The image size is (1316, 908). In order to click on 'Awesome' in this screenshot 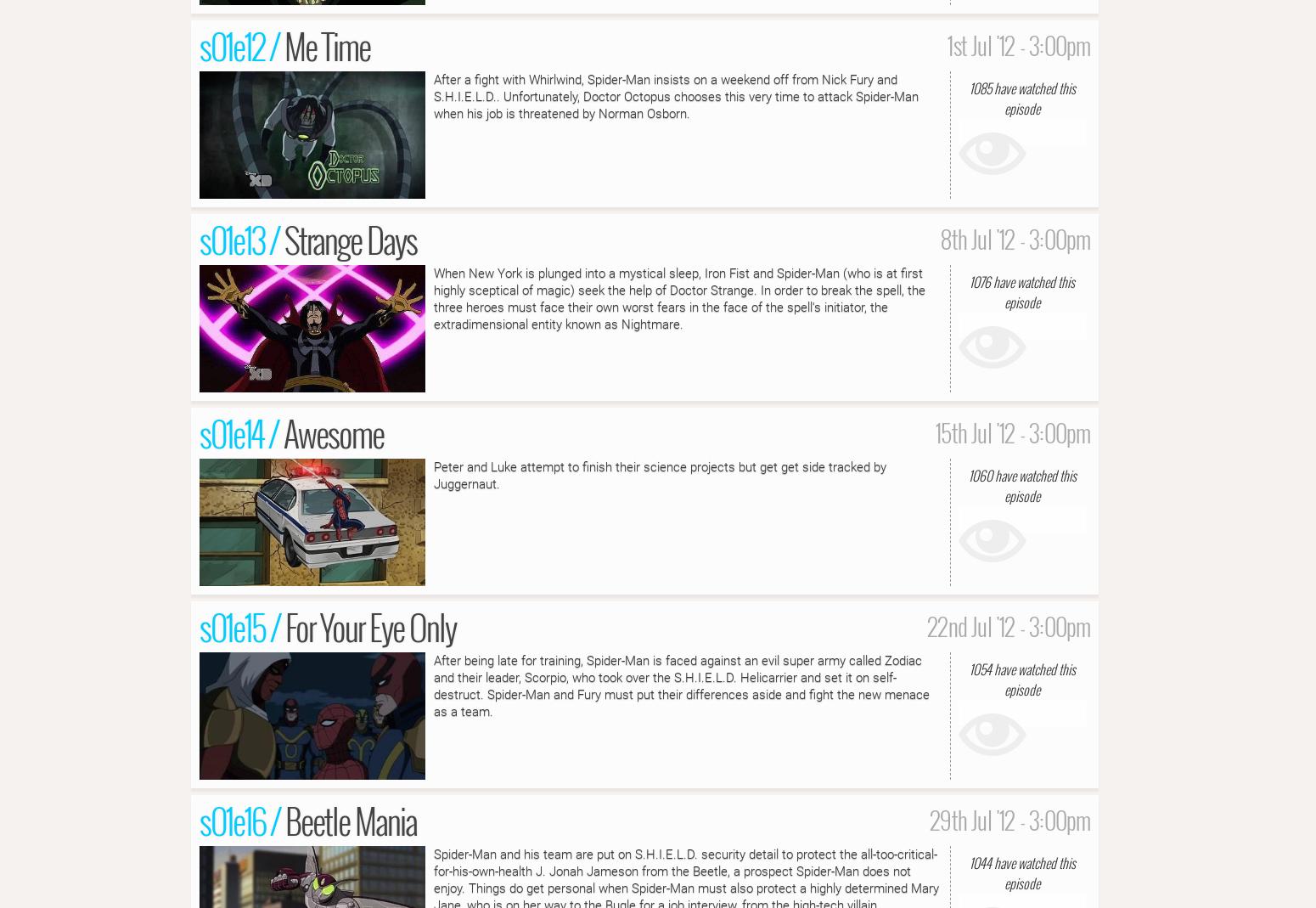, I will do `click(333, 431)`.